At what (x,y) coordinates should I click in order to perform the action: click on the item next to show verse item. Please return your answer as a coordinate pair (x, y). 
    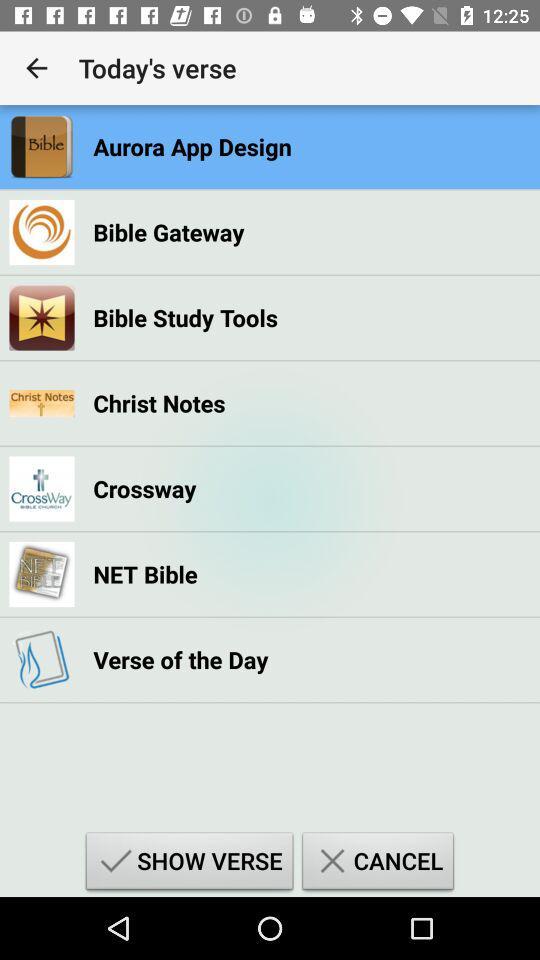
    Looking at the image, I should click on (378, 863).